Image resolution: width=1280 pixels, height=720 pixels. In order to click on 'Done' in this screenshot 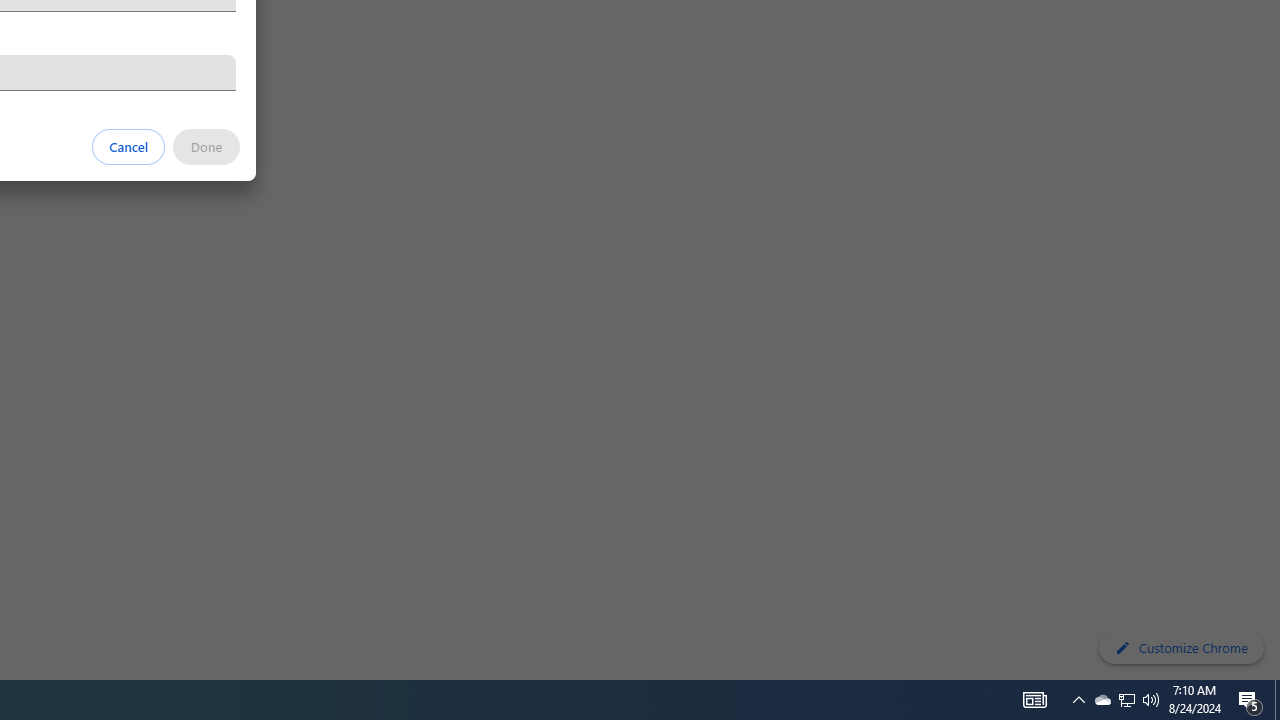, I will do `click(206, 145)`.